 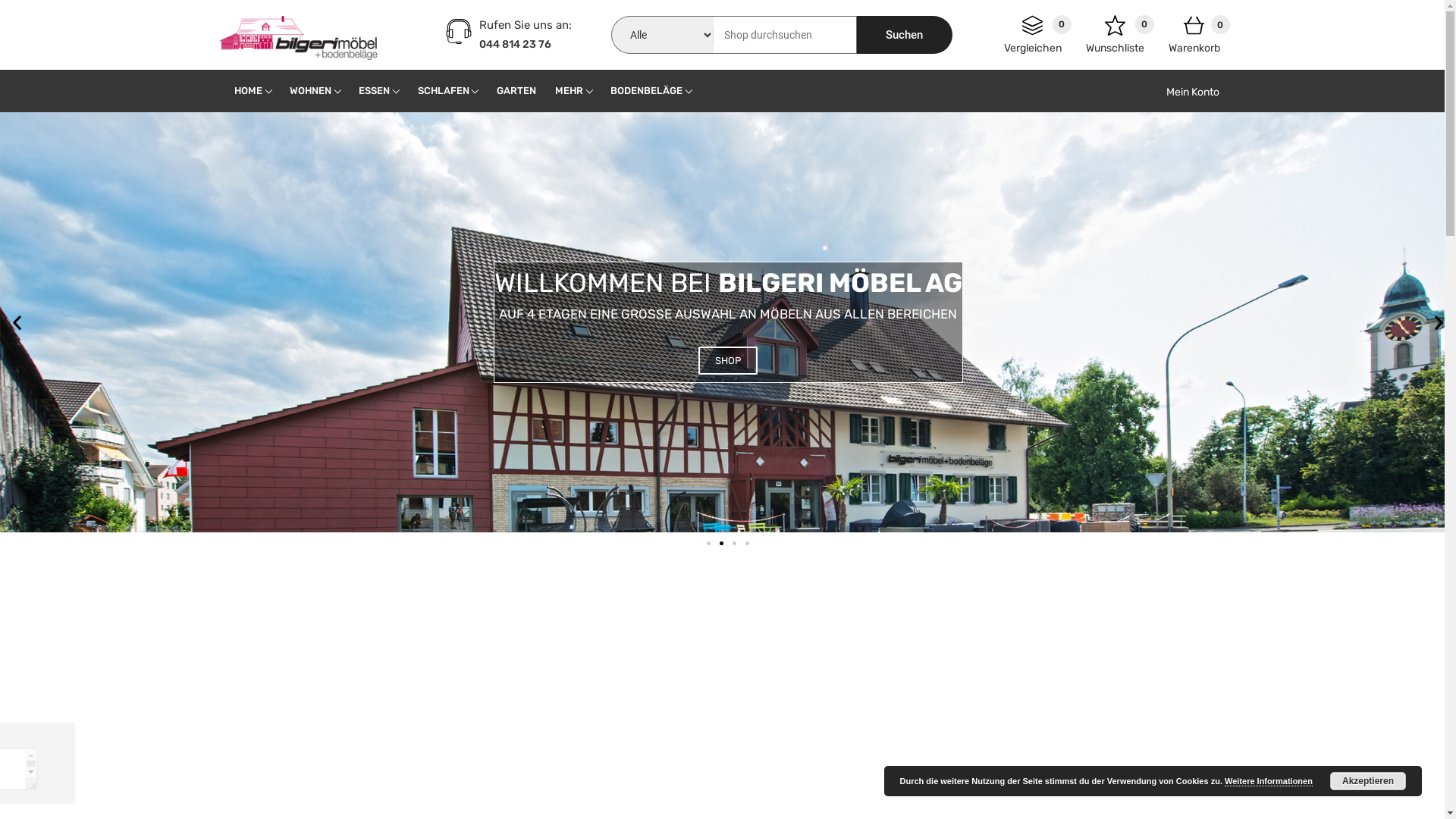 I want to click on 'WOHNEN', so click(x=309, y=90).